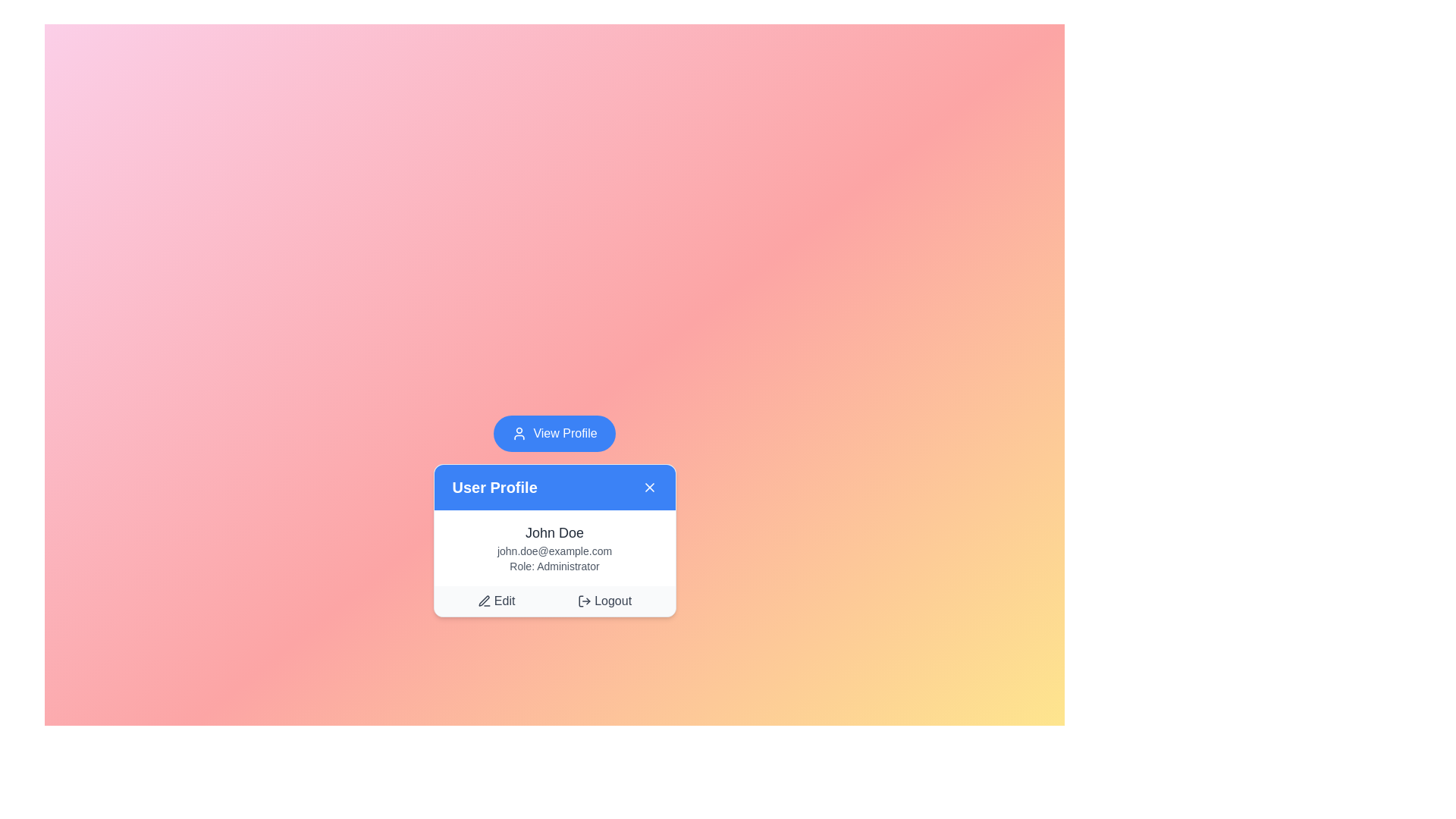 This screenshot has width=1456, height=819. Describe the element at coordinates (649, 488) in the screenshot. I see `the 'X' shaped button in the blue header of the user profile card` at that location.